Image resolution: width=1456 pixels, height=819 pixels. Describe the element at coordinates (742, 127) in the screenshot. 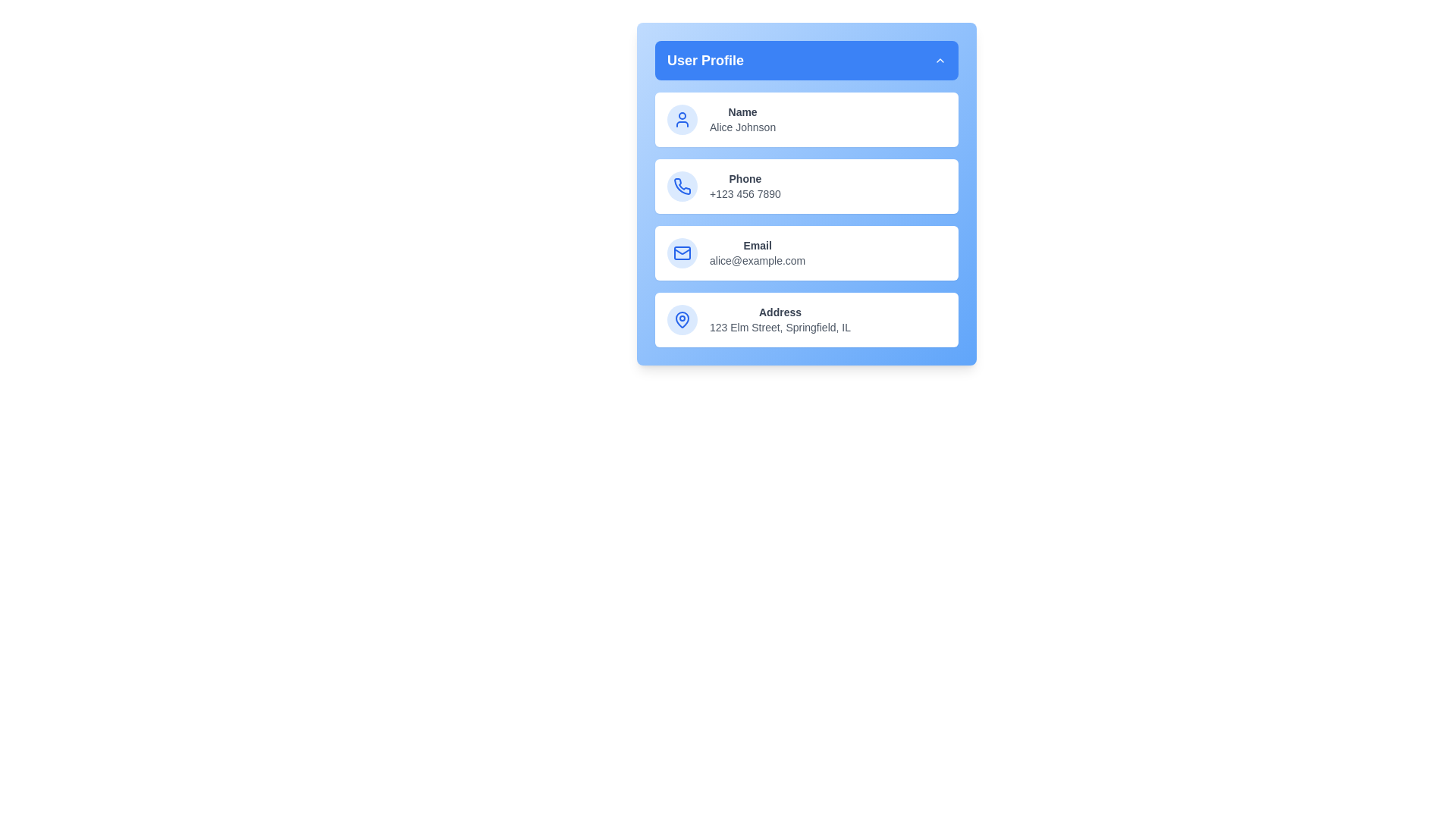

I see `the text displaying the user's name located beneath the 'Name' label in the first section of the profile card` at that location.